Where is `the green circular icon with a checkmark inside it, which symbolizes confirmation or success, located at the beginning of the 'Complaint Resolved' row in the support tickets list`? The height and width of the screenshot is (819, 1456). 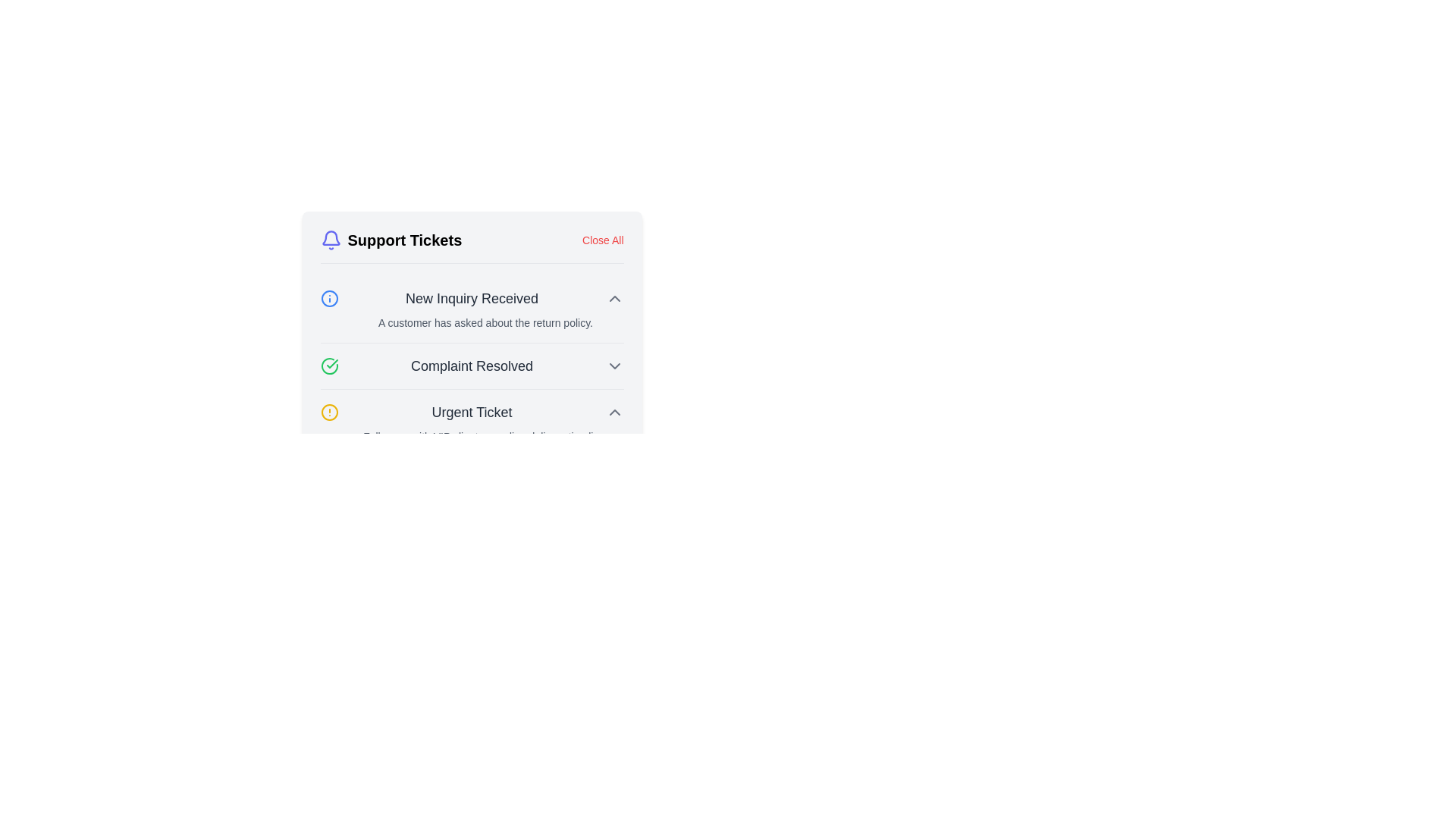
the green circular icon with a checkmark inside it, which symbolizes confirmation or success, located at the beginning of the 'Complaint Resolved' row in the support tickets list is located at coordinates (328, 366).